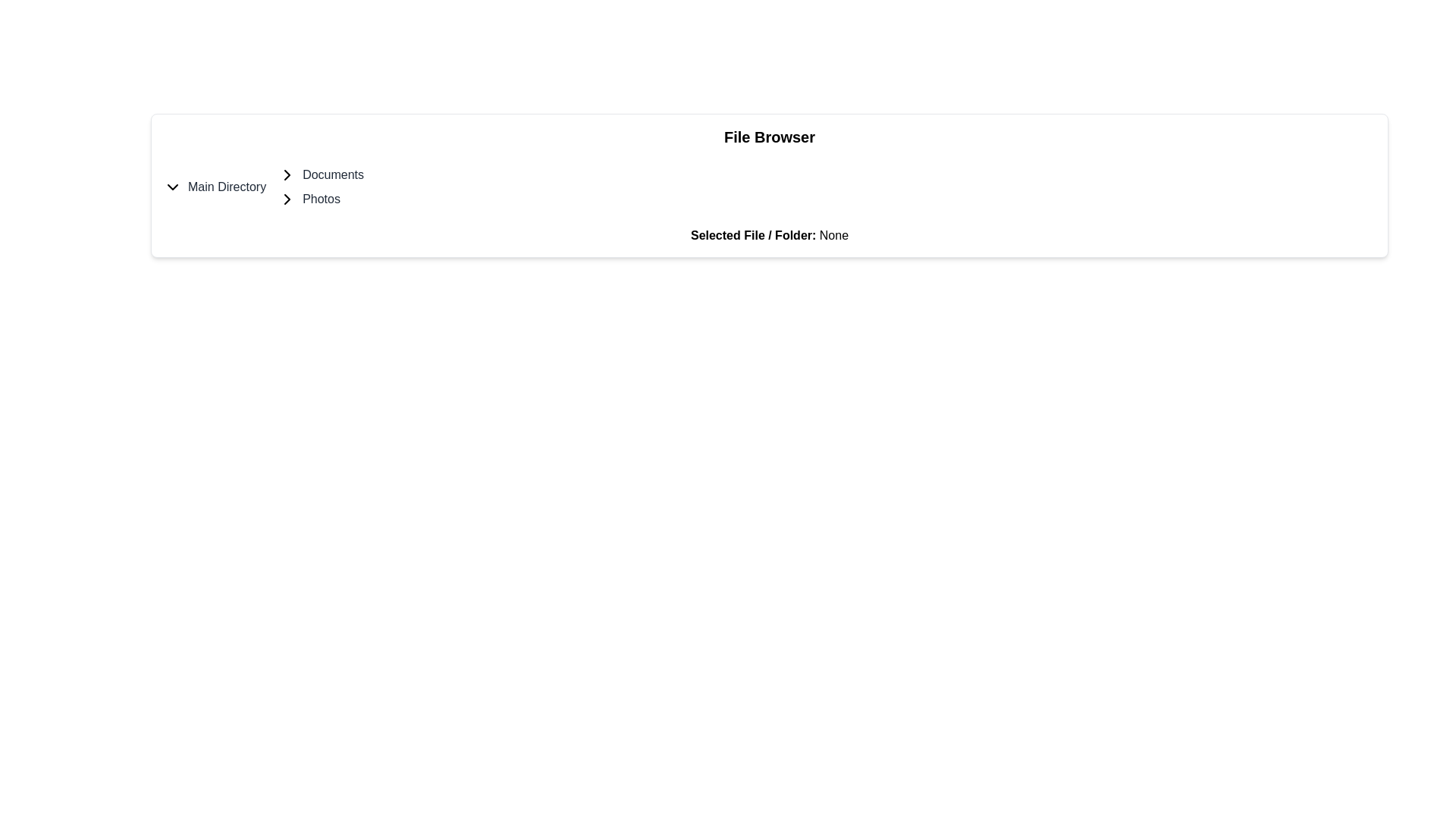  Describe the element at coordinates (320, 198) in the screenshot. I see `the non-interactive text label for the subcategory 'Photos' located in the second row of entries under 'Main Directory'` at that location.